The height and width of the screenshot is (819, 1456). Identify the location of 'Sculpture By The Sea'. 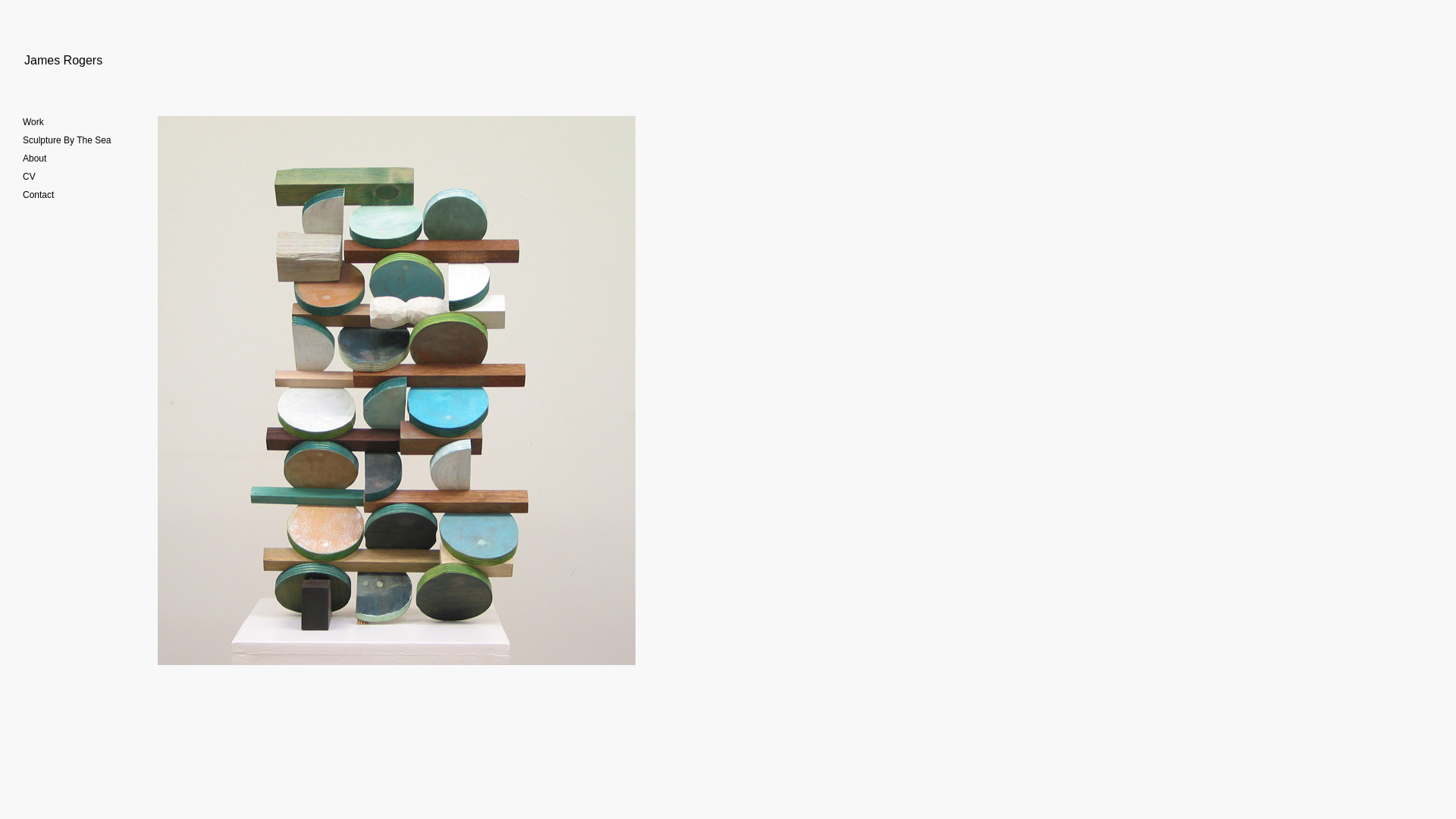
(66, 140).